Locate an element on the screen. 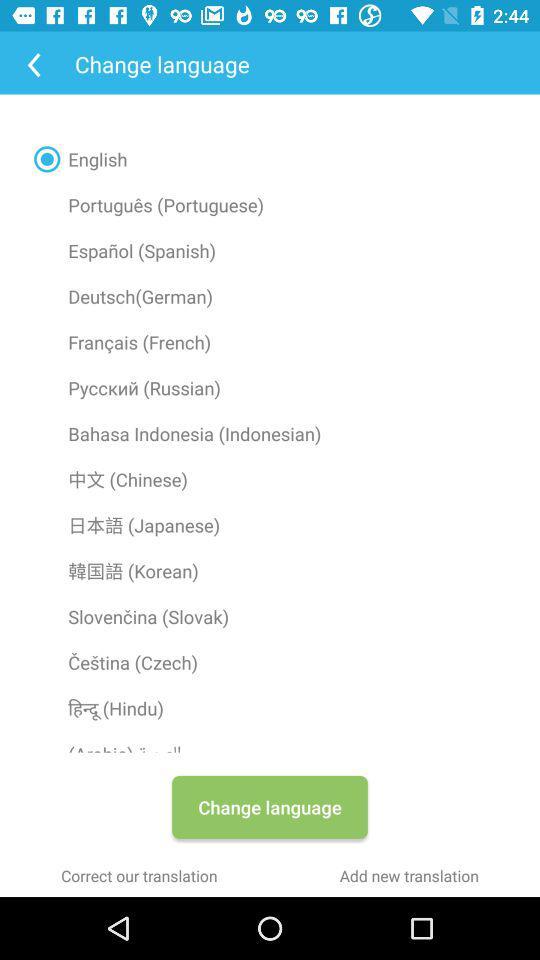  radio button above the deutsch(german) icon is located at coordinates (270, 249).